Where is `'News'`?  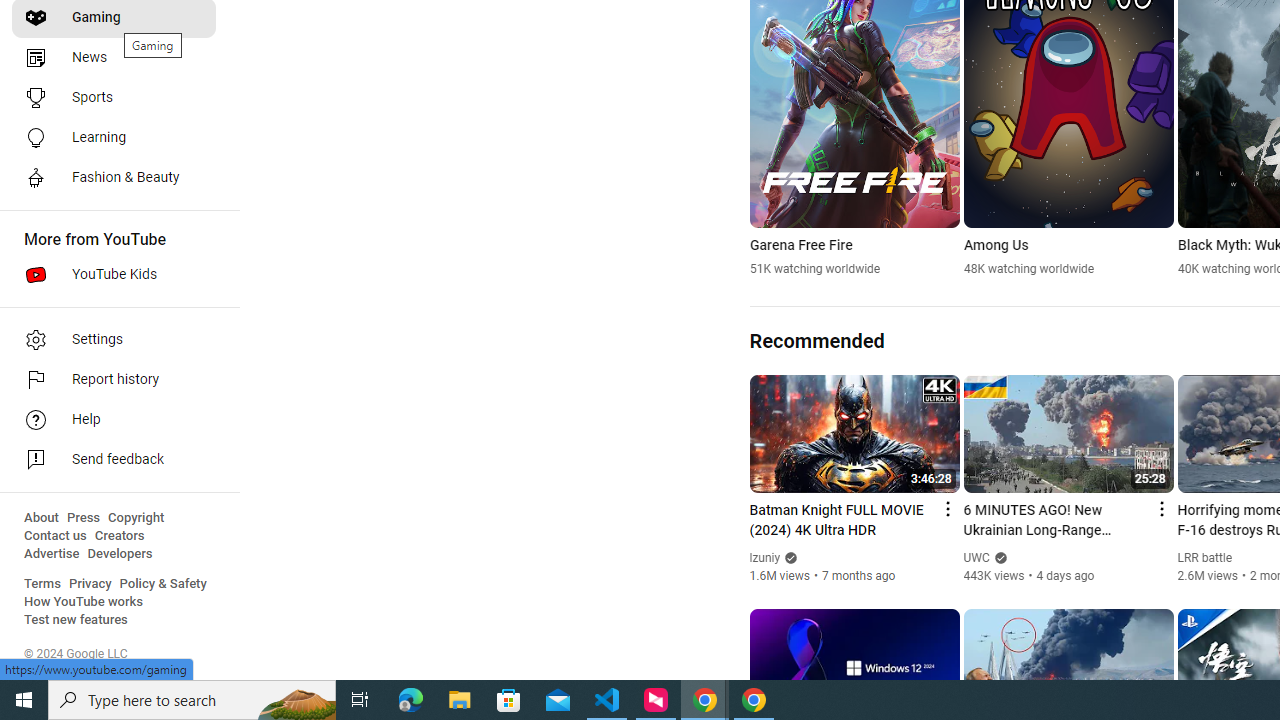
'News' is located at coordinates (112, 56).